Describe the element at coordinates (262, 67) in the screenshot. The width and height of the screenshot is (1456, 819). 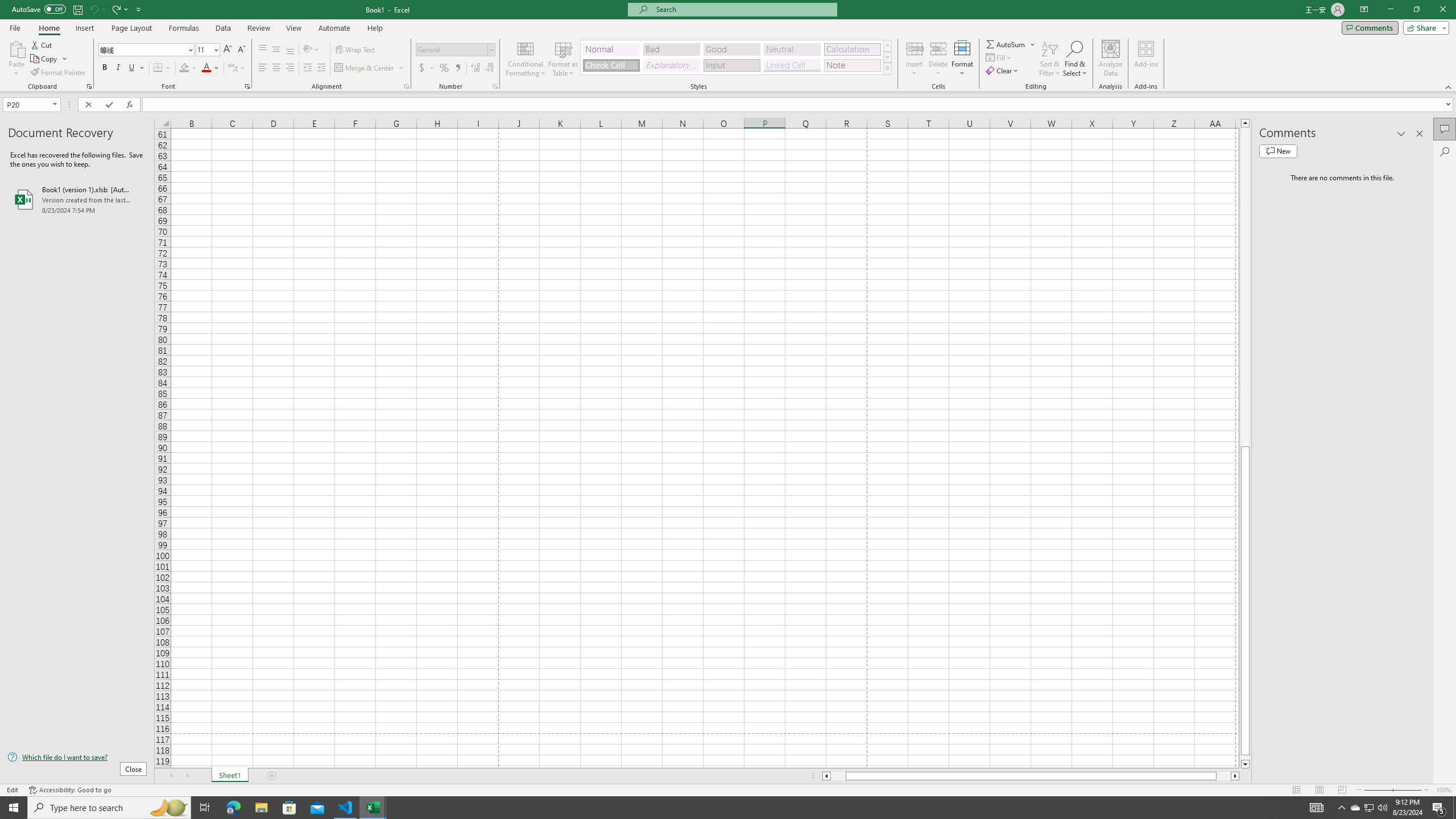
I see `'Align Left'` at that location.